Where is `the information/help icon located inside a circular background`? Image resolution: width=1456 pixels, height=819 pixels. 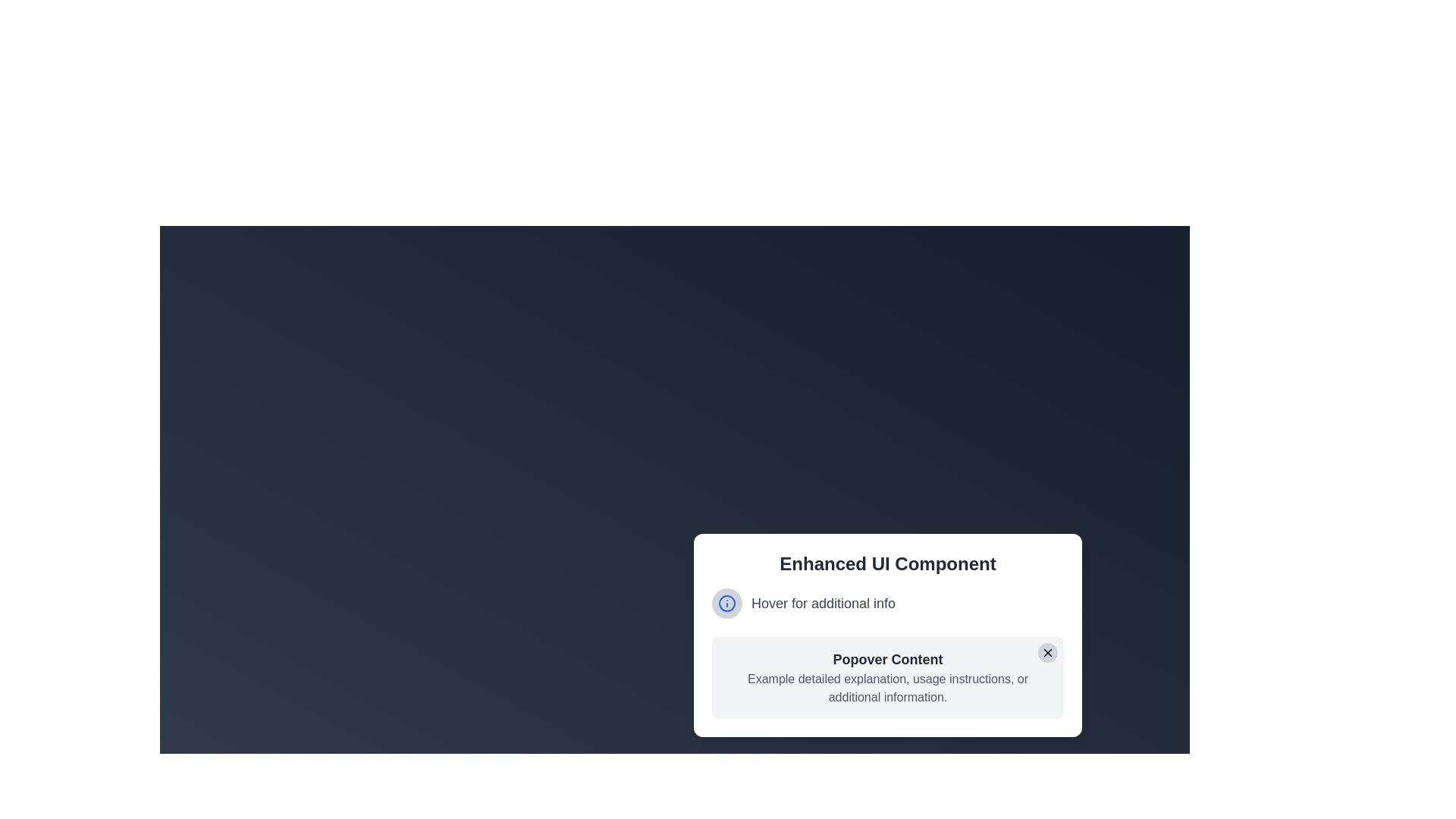
the information/help icon located inside a circular background is located at coordinates (726, 602).